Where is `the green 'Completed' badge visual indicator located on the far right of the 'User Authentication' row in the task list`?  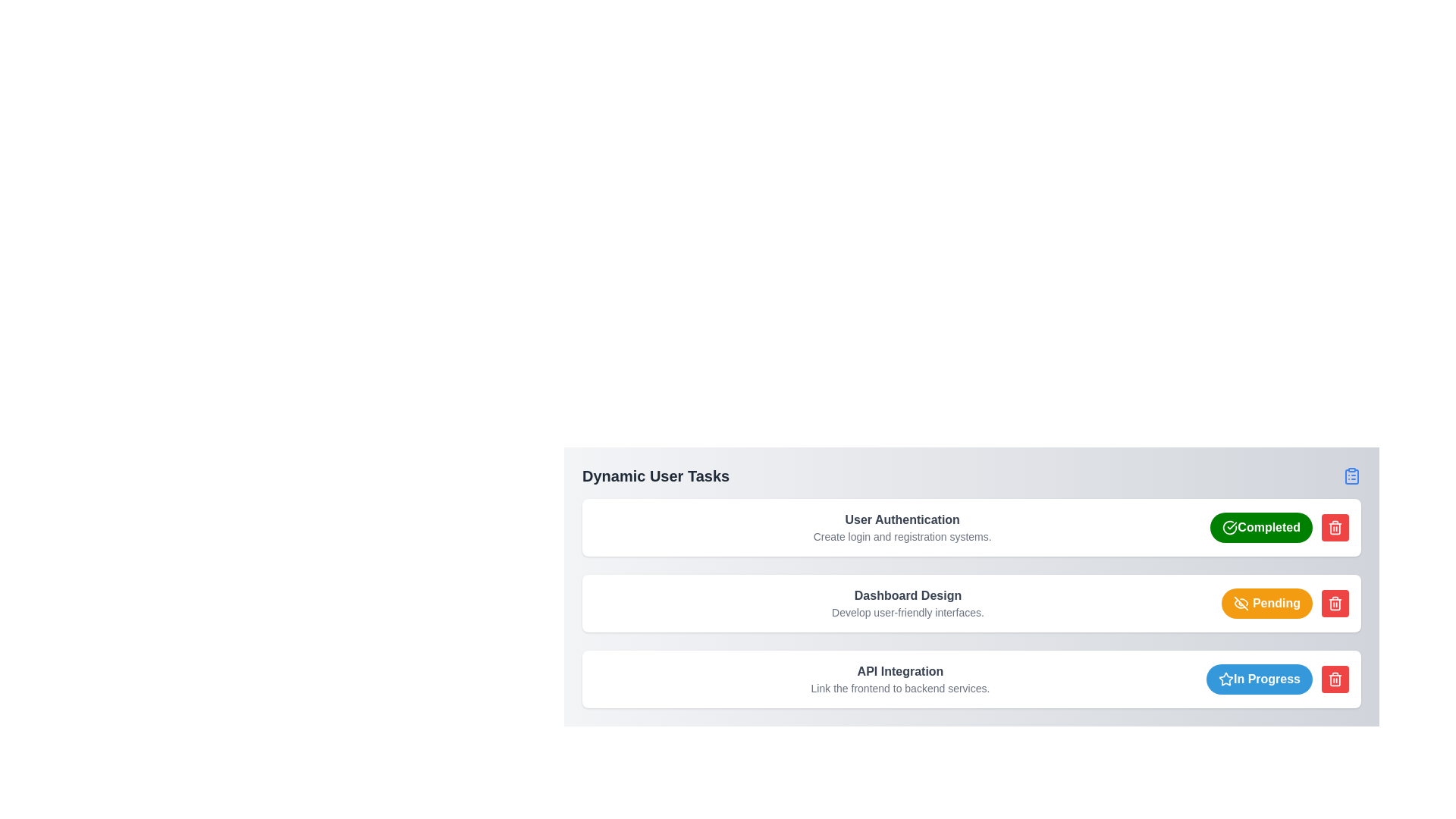
the green 'Completed' badge visual indicator located on the far right of the 'User Authentication' row in the task list is located at coordinates (1230, 526).